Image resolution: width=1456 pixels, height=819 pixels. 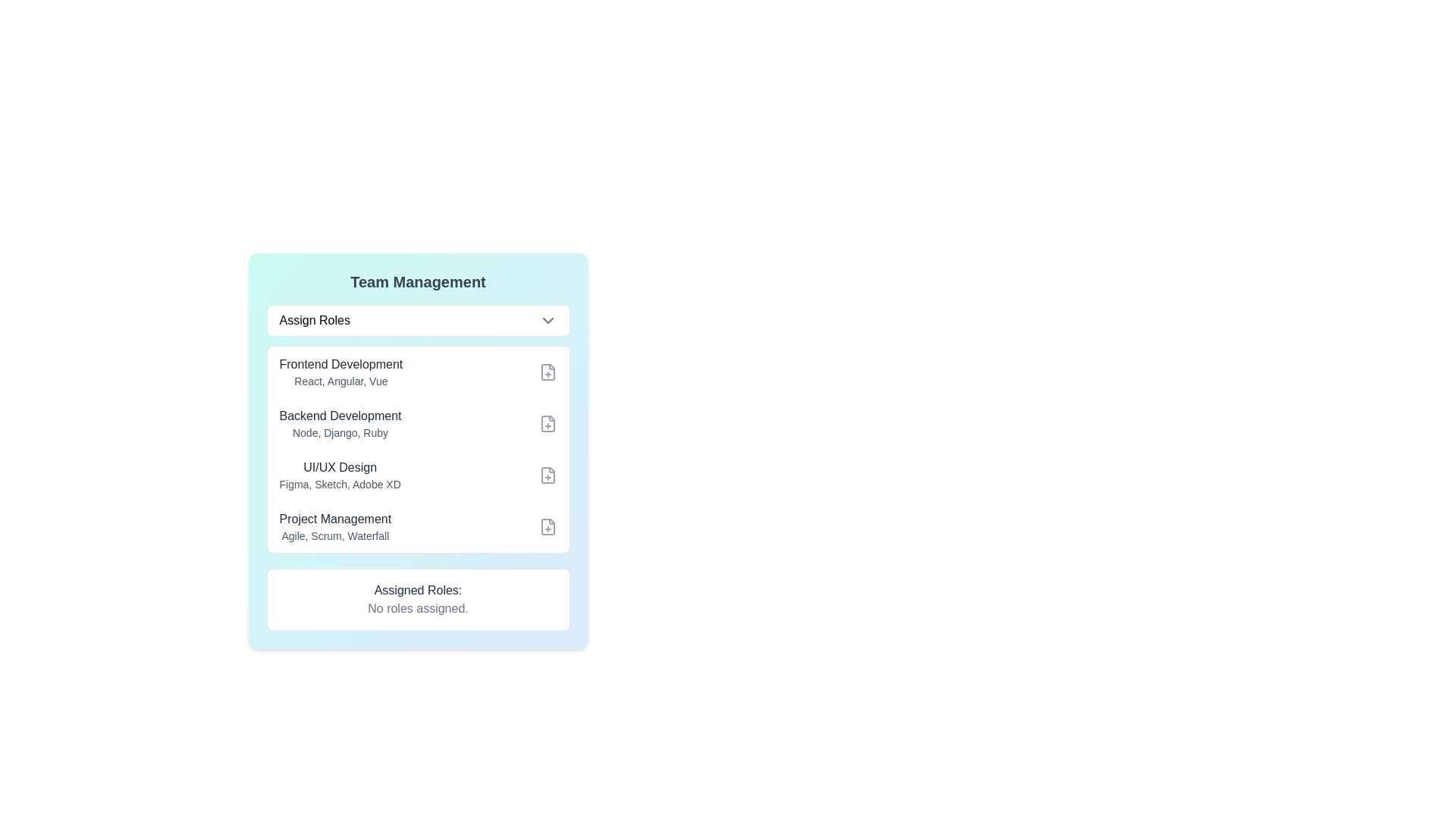 What do you see at coordinates (339, 485) in the screenshot?
I see `the static text element reading 'Figma, Sketch, Adobe XD', which is positioned directly below the heading 'UI/UX Design' in the 'Team Management' section` at bounding box center [339, 485].